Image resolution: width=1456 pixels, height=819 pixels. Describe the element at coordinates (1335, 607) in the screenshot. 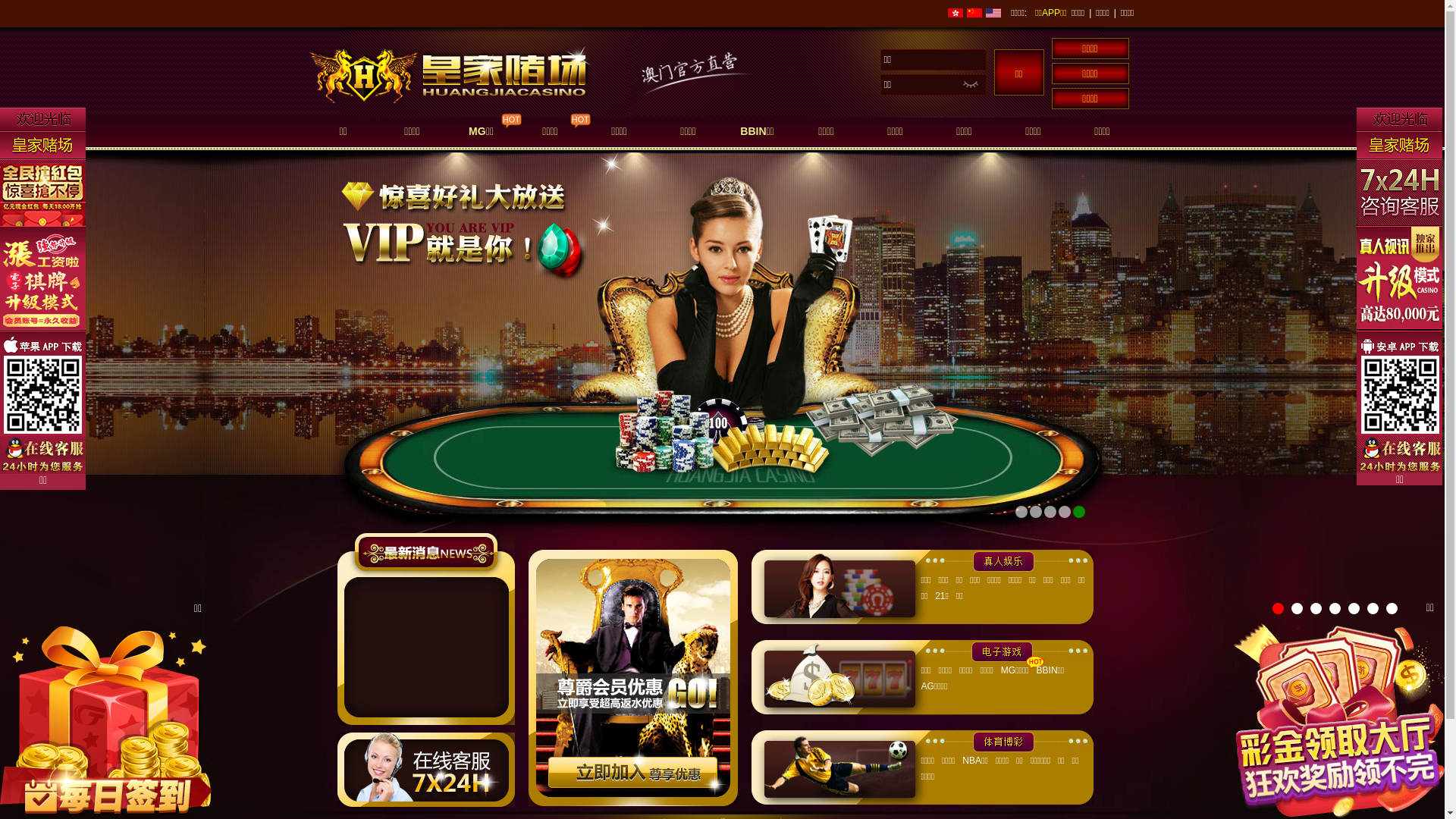

I see `'4'` at that location.